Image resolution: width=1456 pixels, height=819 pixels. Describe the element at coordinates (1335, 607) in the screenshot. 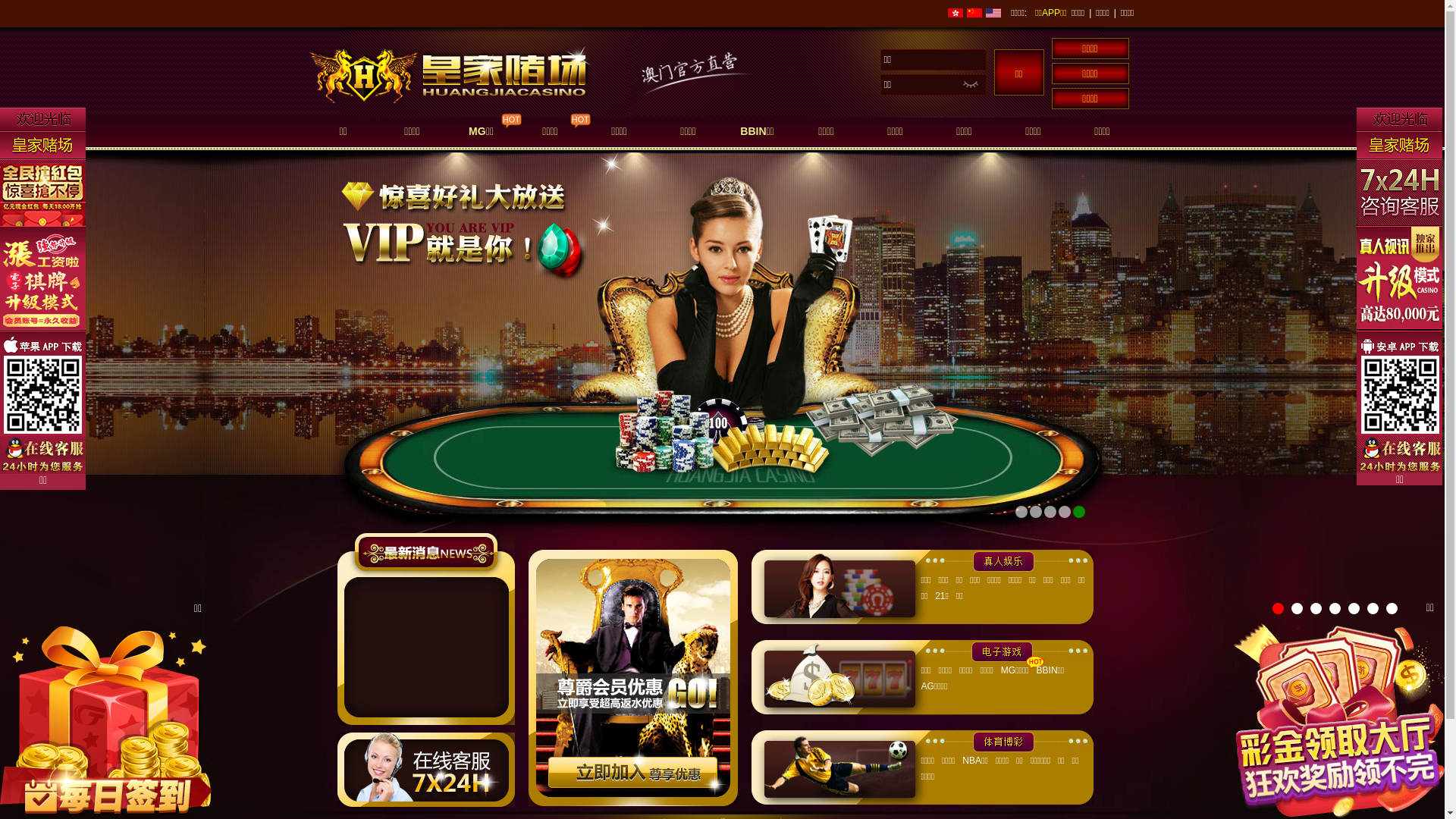

I see `'4'` at that location.